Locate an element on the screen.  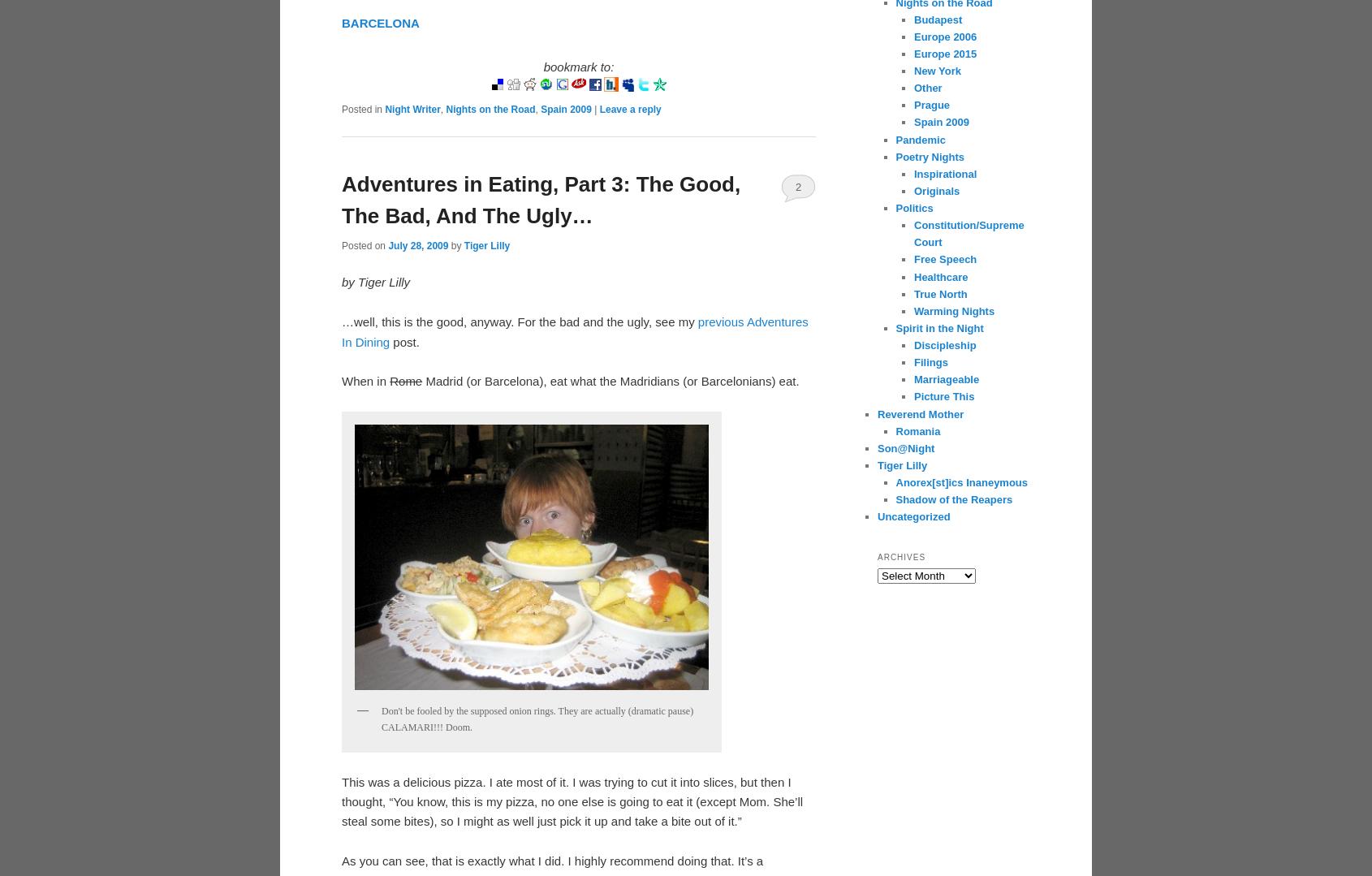
'Other' is located at coordinates (927, 88).